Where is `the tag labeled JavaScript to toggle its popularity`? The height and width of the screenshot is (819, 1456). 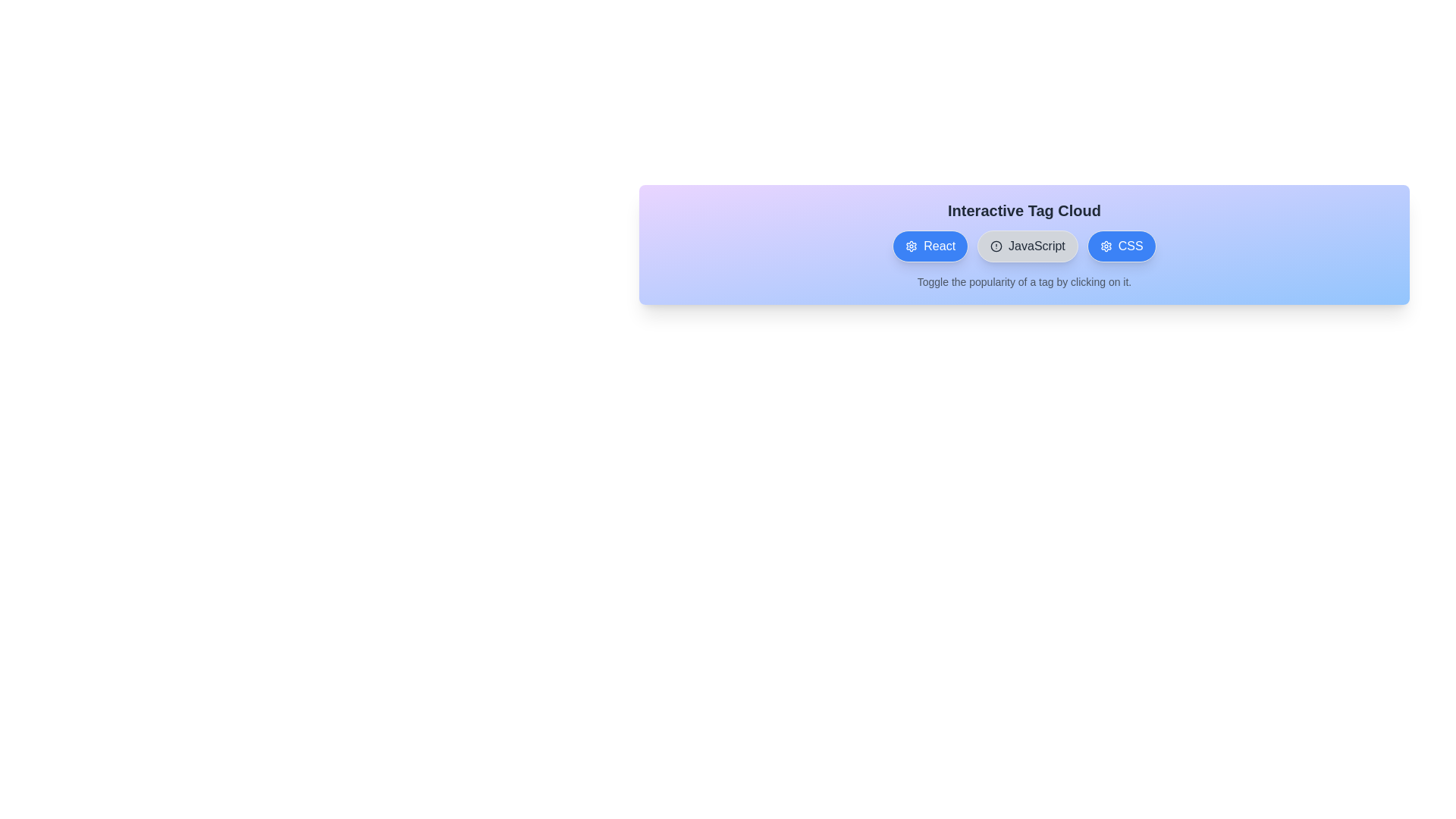 the tag labeled JavaScript to toggle its popularity is located at coordinates (1028, 245).